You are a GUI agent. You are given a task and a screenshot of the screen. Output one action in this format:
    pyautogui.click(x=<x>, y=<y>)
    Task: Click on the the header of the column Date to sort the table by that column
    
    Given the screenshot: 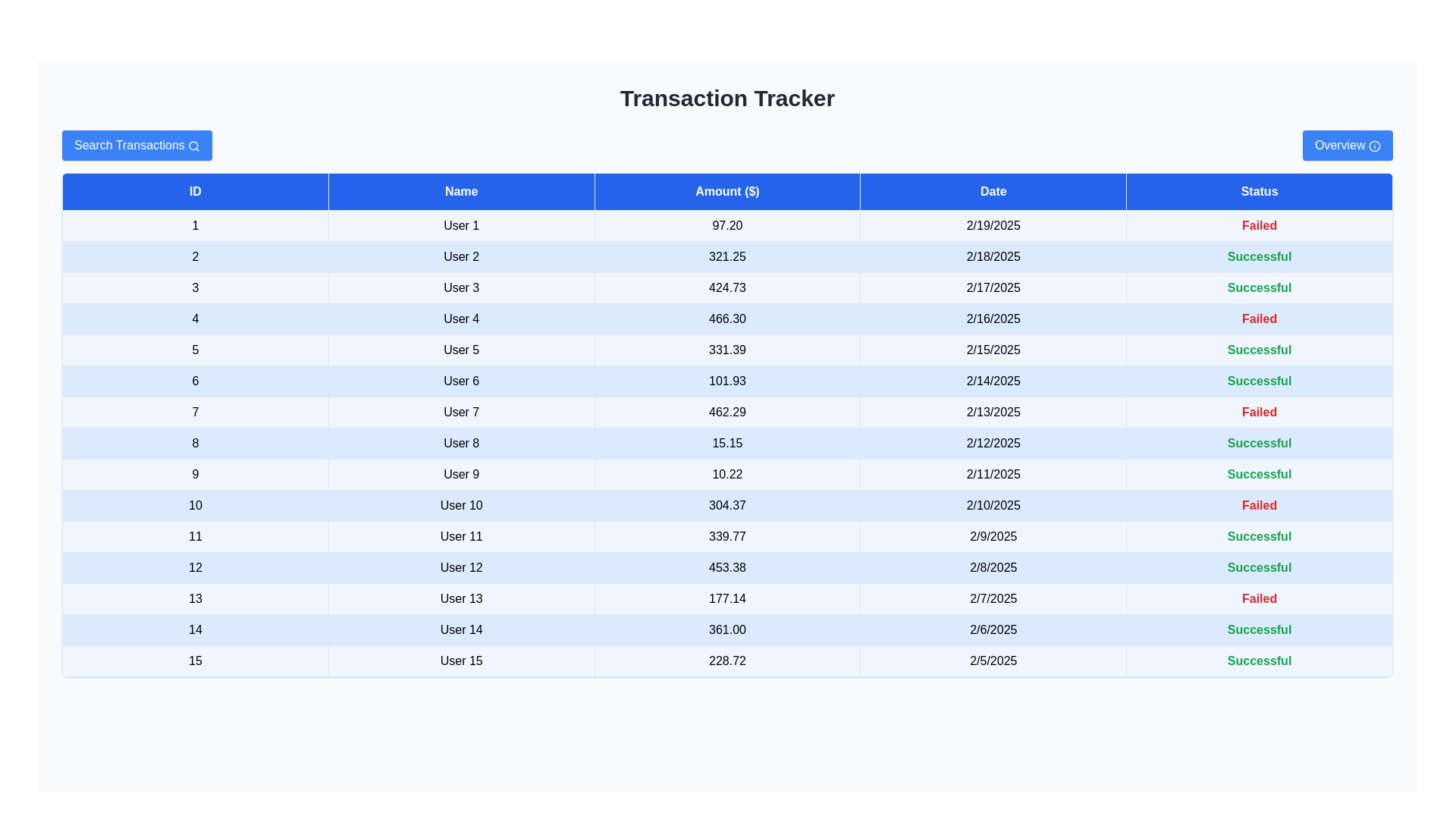 What is the action you would take?
    pyautogui.click(x=993, y=191)
    